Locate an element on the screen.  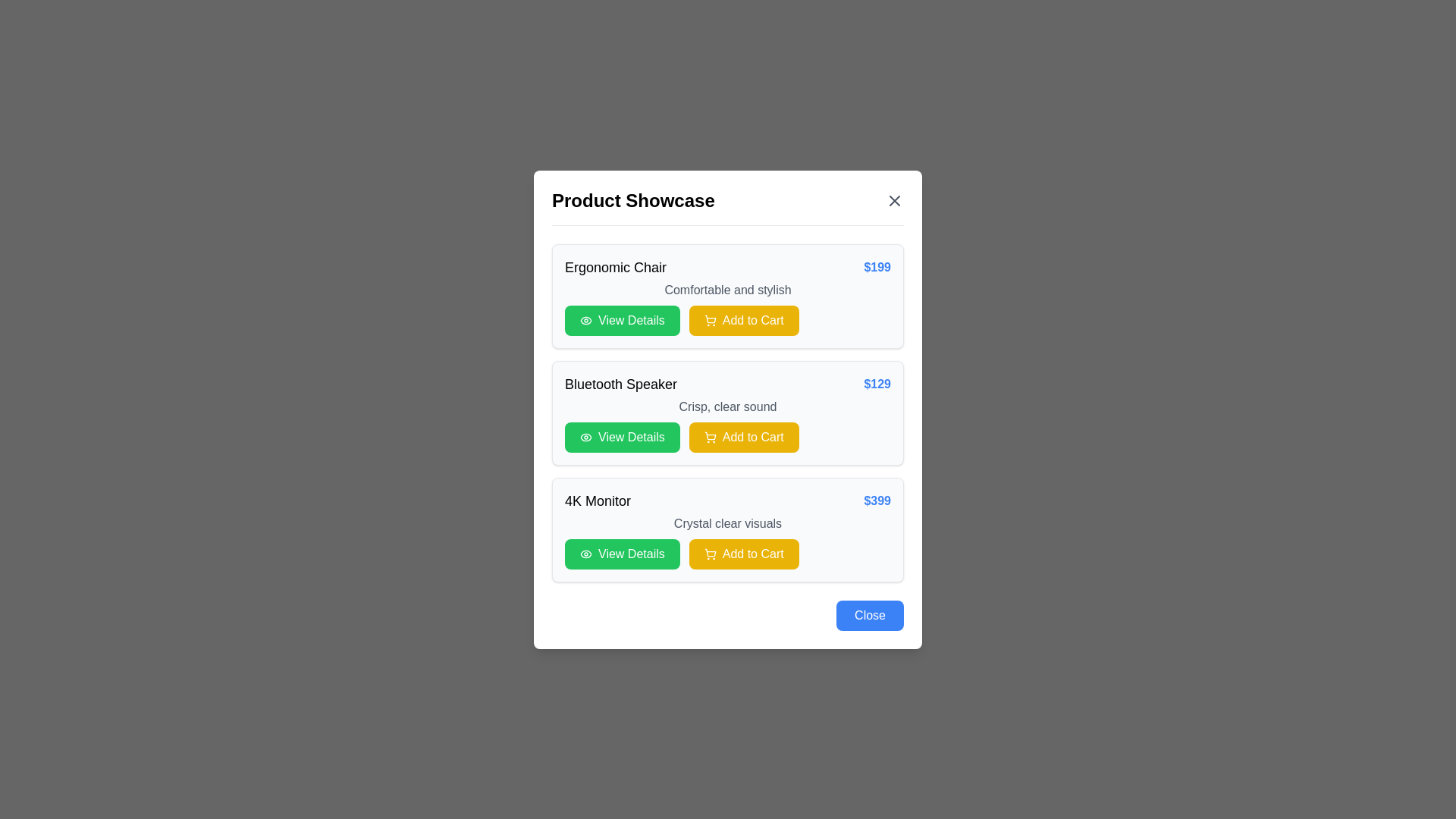
the first button below the 'Bluetooth Speaker' product card in the modal is located at coordinates (622, 437).